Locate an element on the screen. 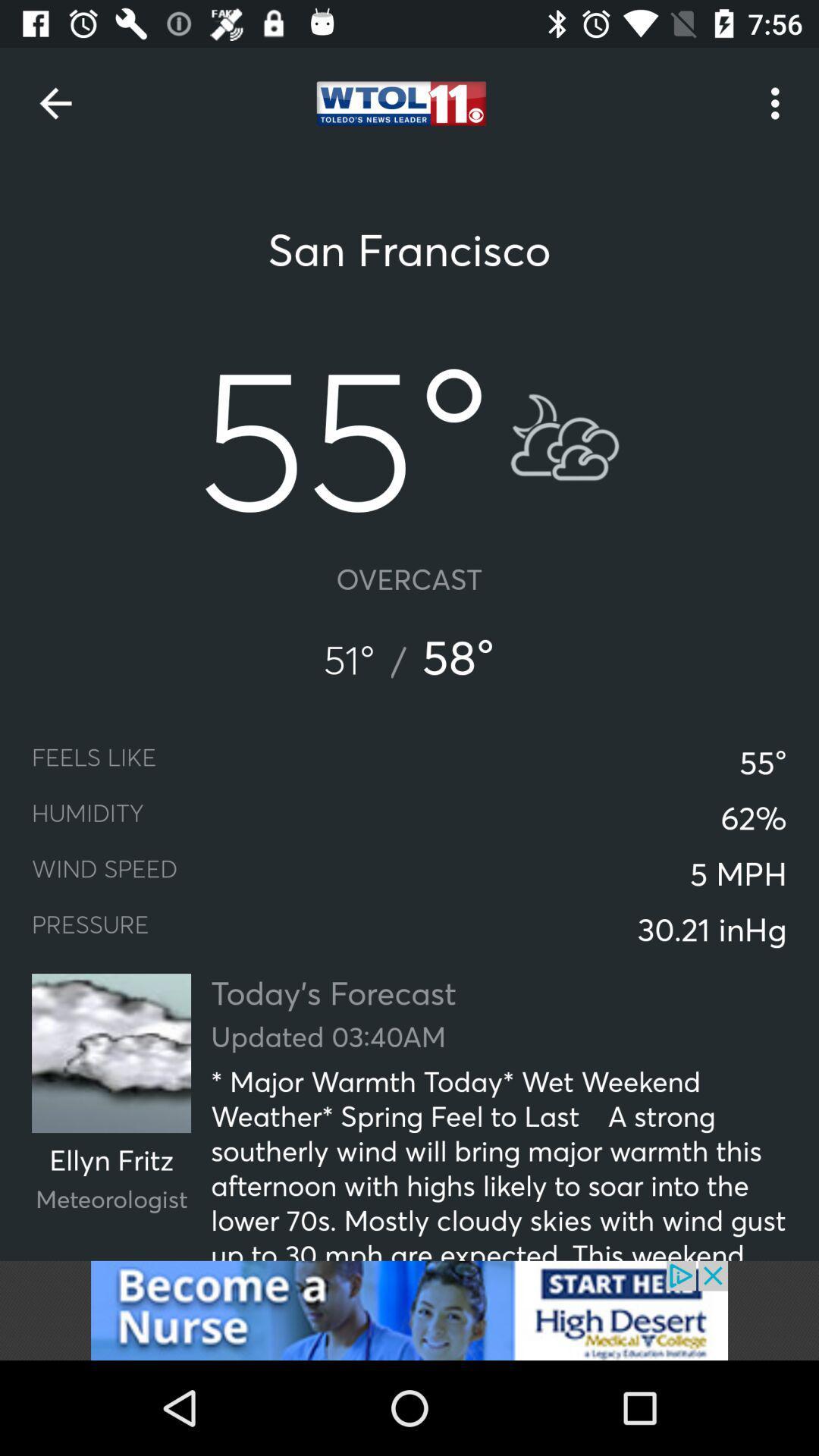 The width and height of the screenshot is (819, 1456). advertisement is located at coordinates (409, 1310).